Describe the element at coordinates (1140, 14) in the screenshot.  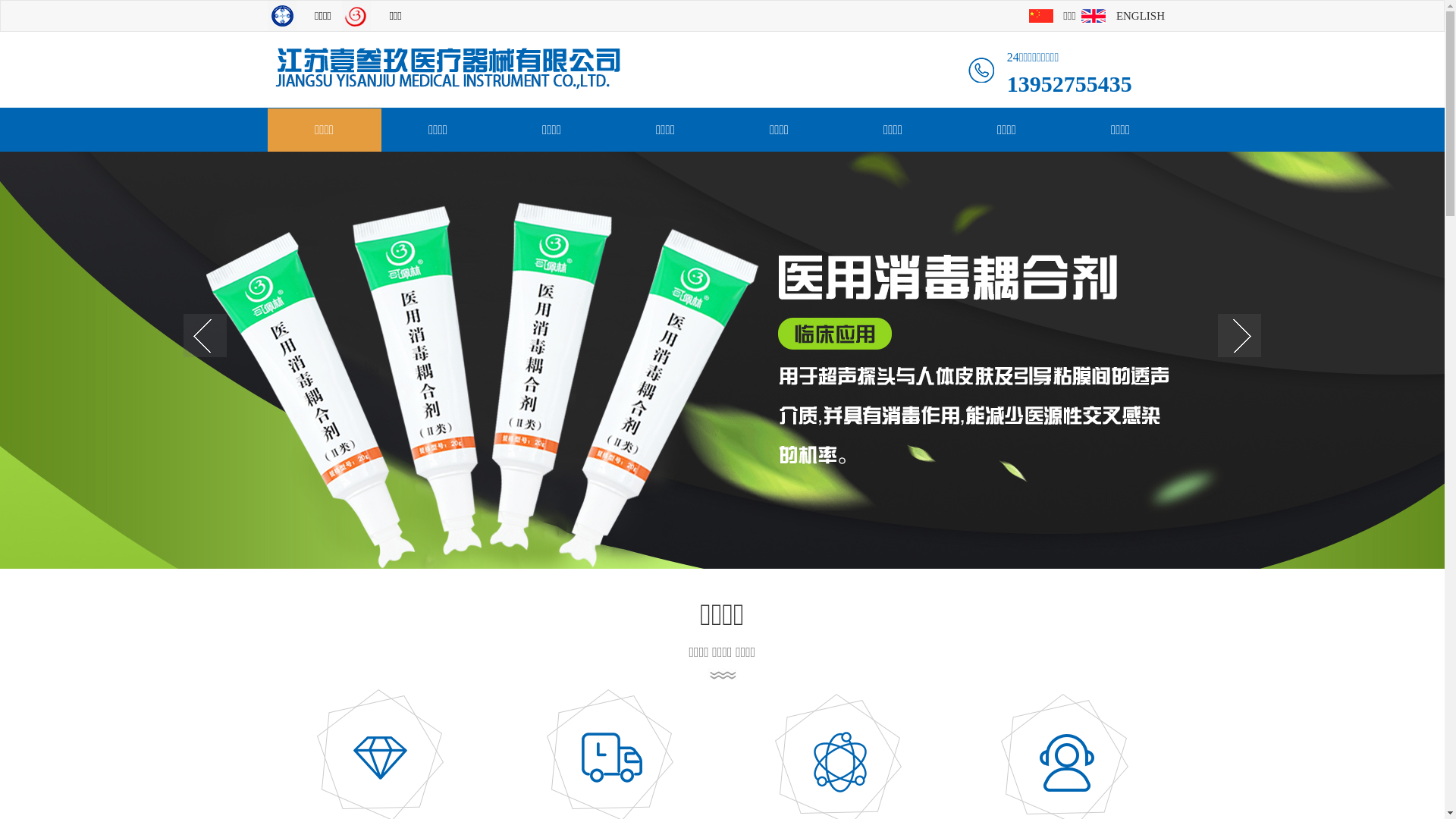
I see `'ENGLISH'` at that location.